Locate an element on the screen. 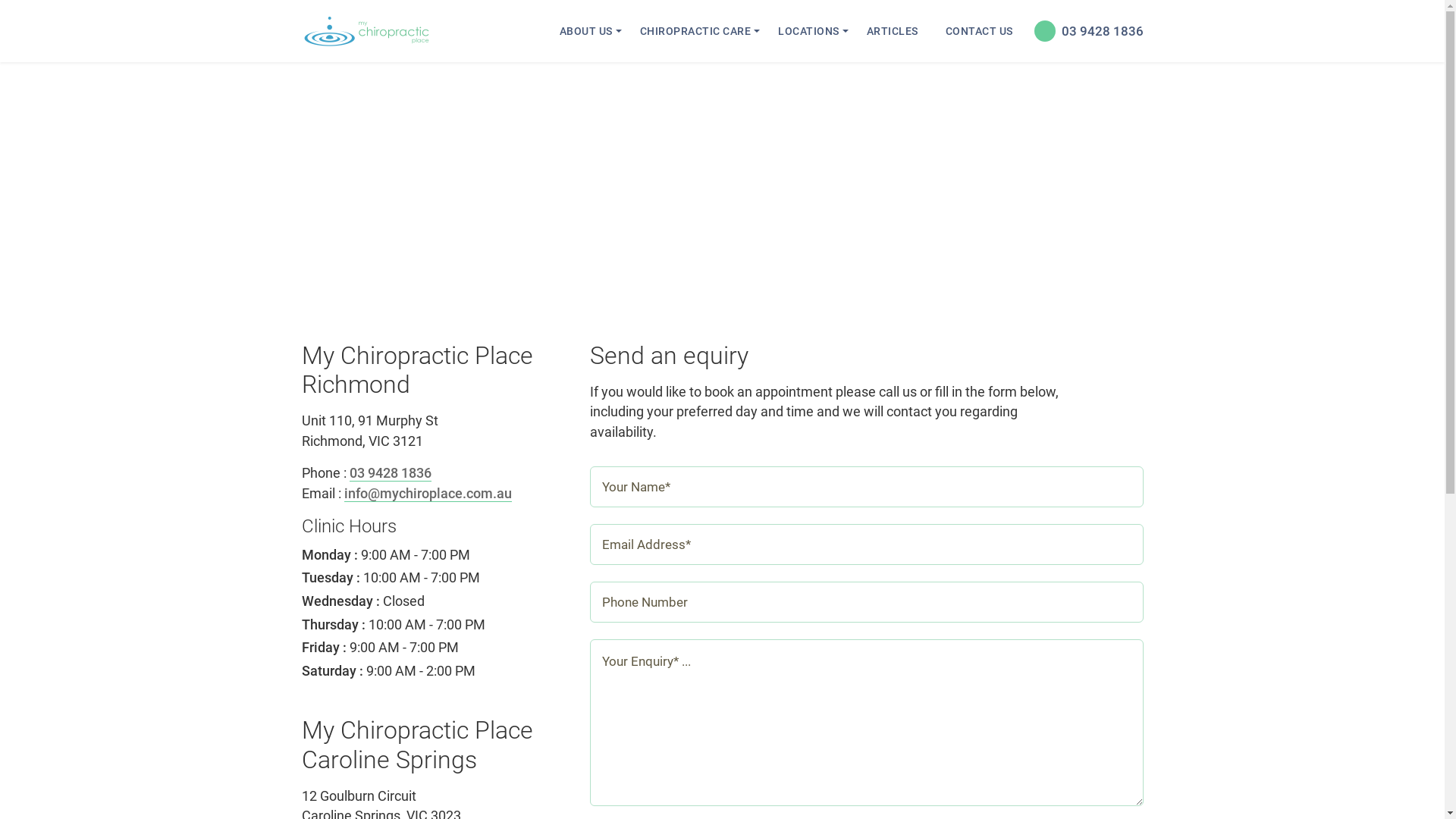 The width and height of the screenshot is (1456, 819). 'CHIROPRACTIC CARE' is located at coordinates (630, 31).